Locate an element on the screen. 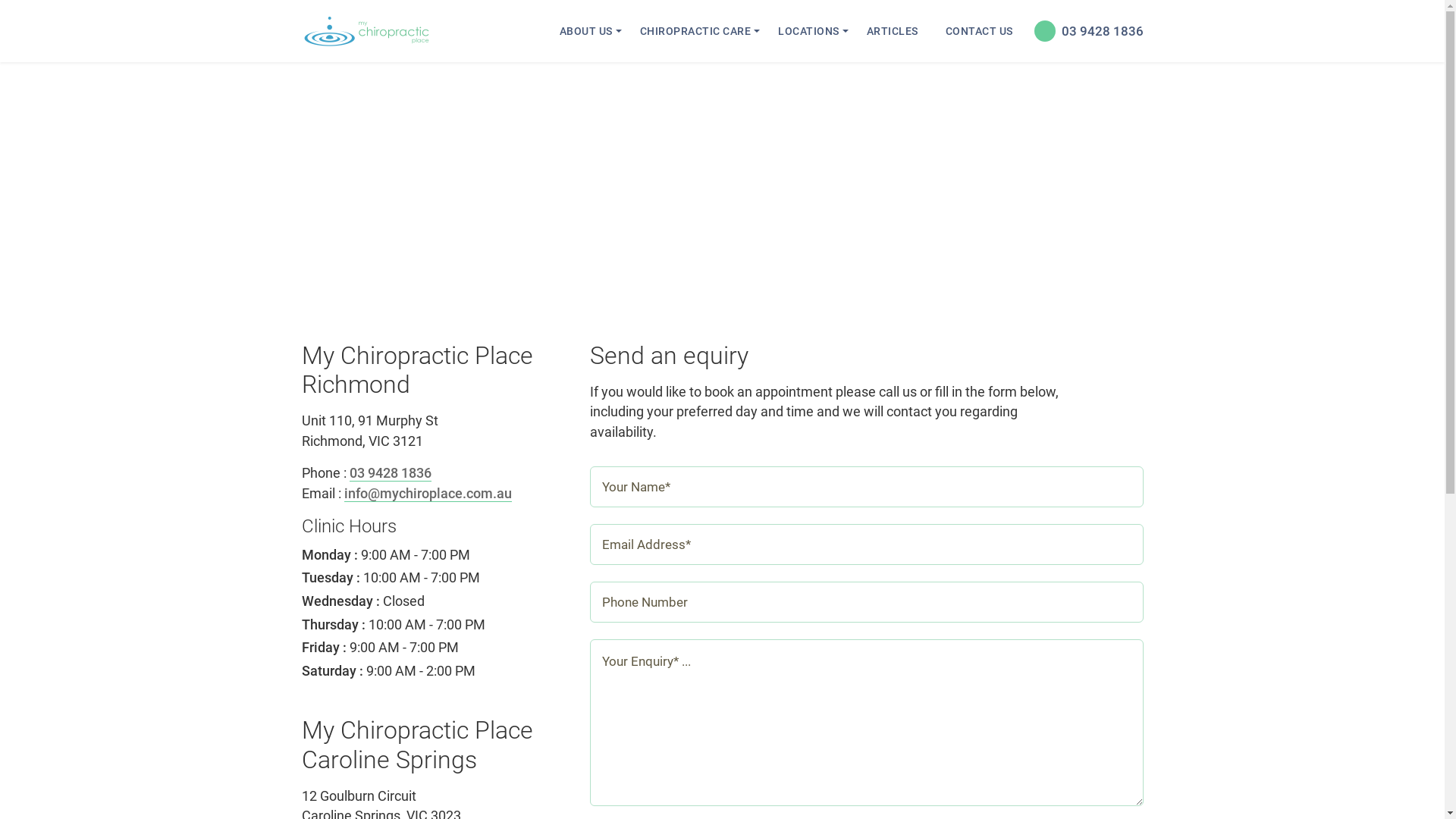 The width and height of the screenshot is (1456, 819). 'CHIROPRACTIC CARE' is located at coordinates (630, 31).